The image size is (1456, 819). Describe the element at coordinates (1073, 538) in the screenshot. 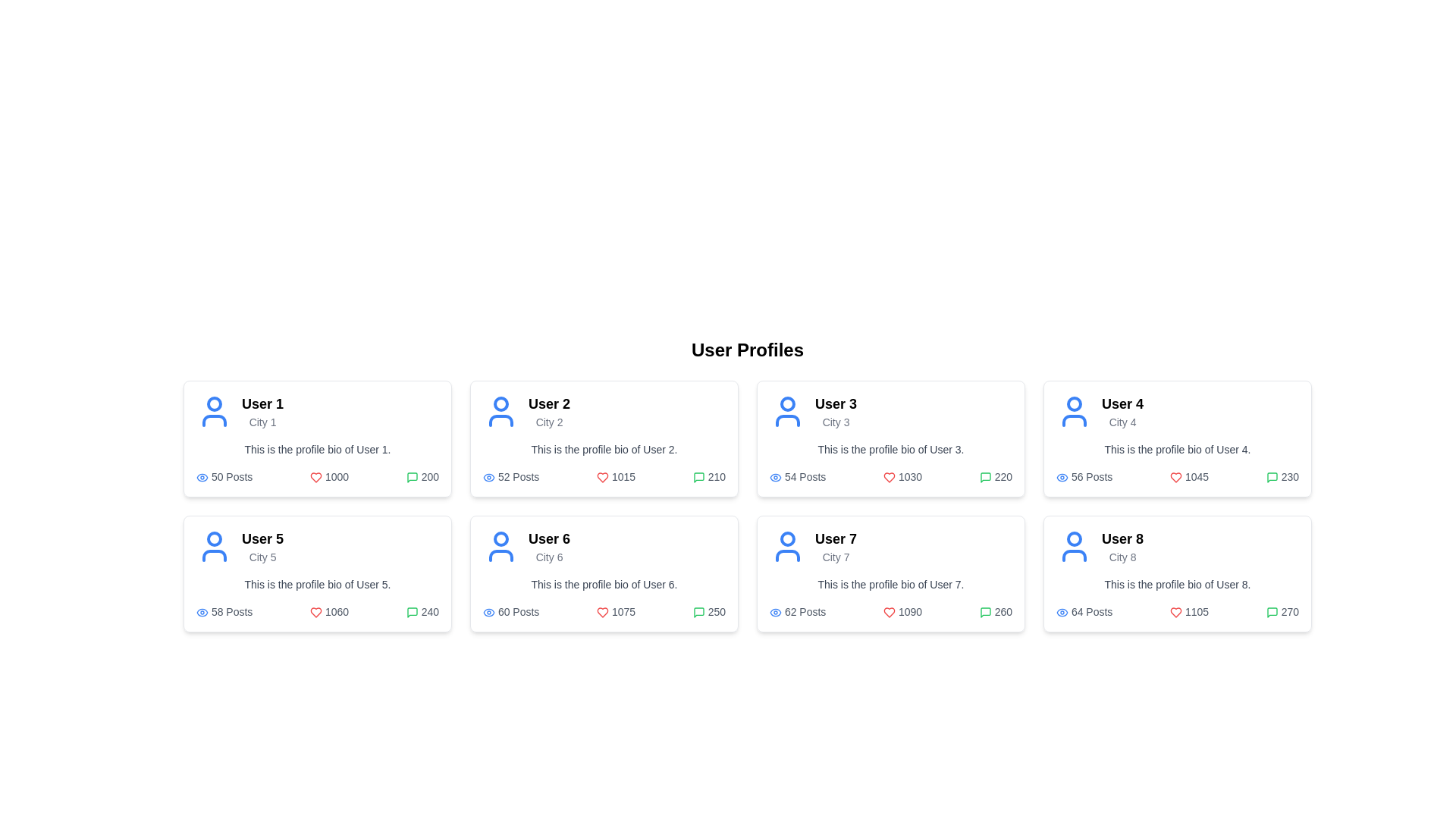

I see `the circular top component of the user profile icon located in the bottom-right corner of the layout` at that location.